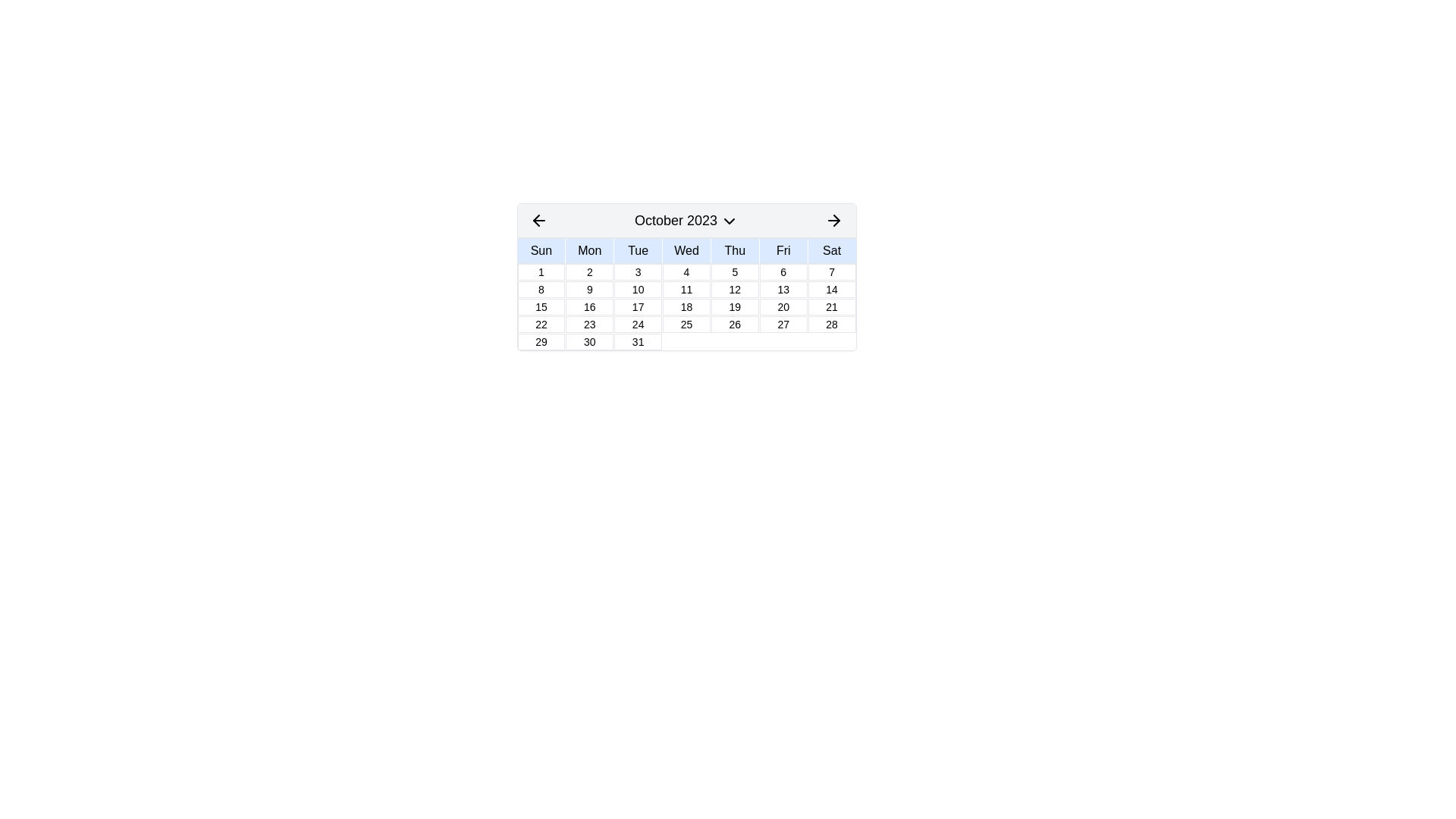  I want to click on the static text displaying the number '17' in the calendar grid, so click(638, 307).